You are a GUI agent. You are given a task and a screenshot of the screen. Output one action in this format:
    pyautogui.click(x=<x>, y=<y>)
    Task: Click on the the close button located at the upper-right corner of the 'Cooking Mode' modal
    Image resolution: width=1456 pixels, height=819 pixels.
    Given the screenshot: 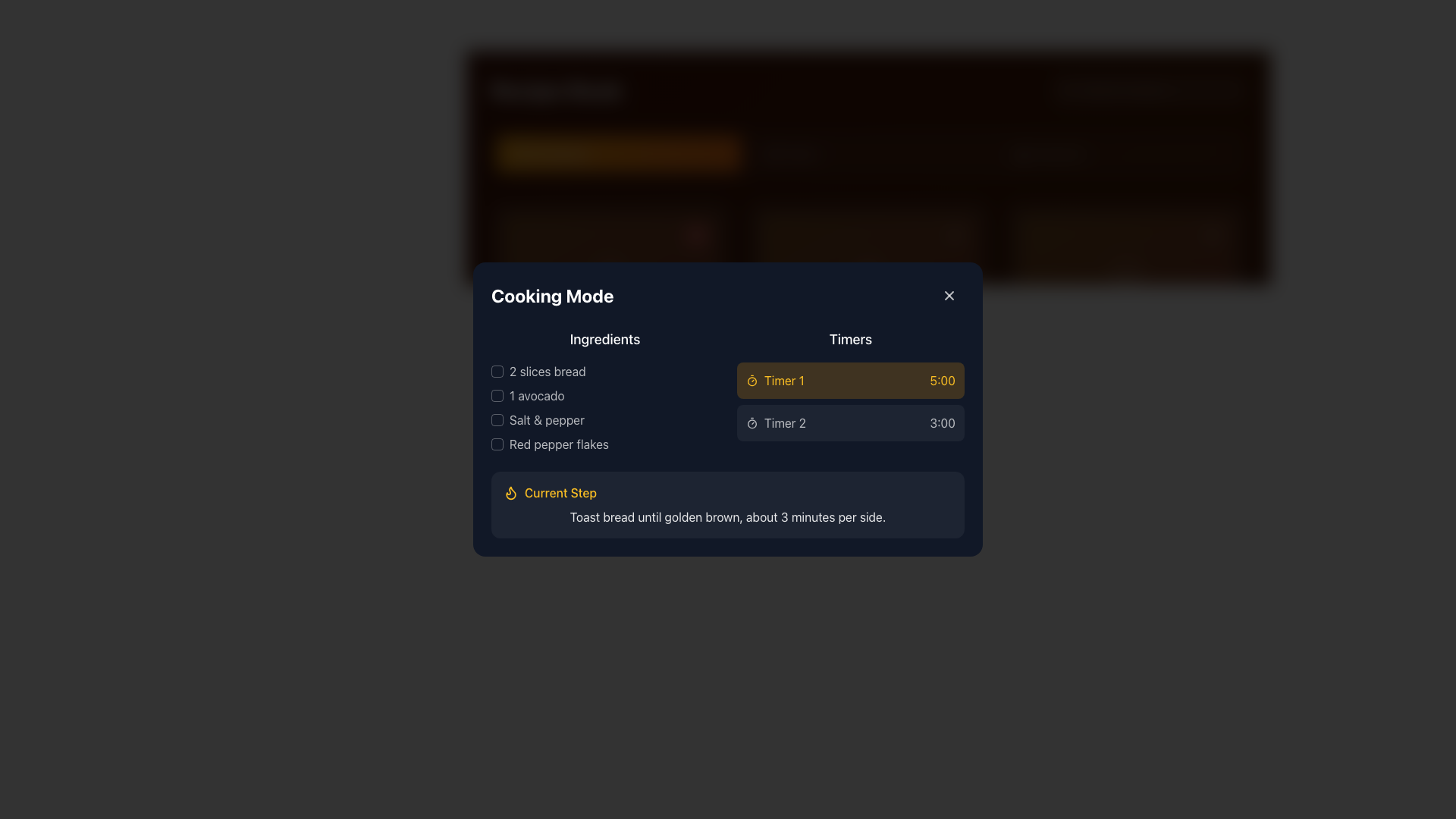 What is the action you would take?
    pyautogui.click(x=949, y=295)
    